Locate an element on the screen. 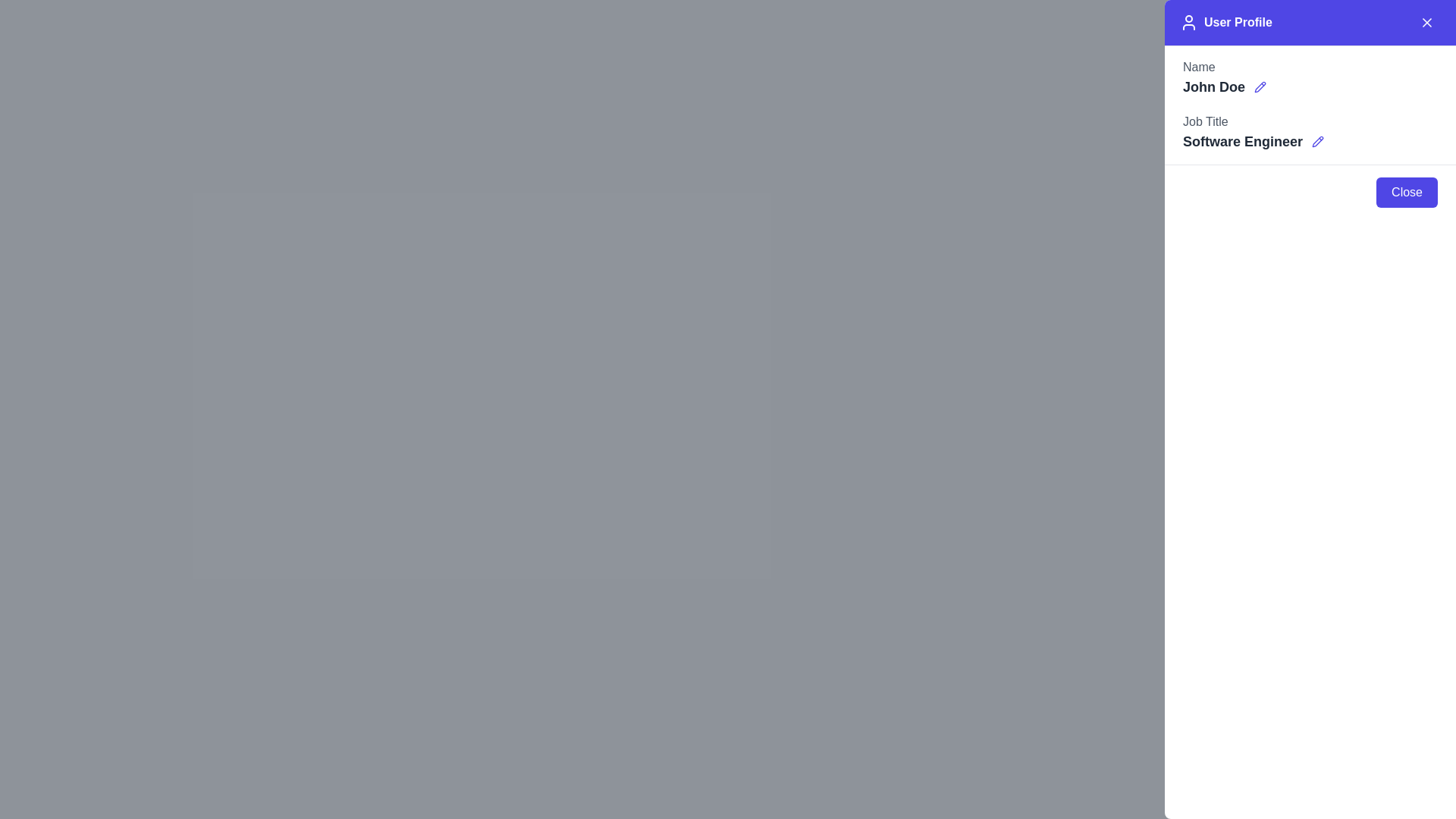  the close button located at the top-right corner of the purple header bar labeled 'User Profile' is located at coordinates (1426, 23).